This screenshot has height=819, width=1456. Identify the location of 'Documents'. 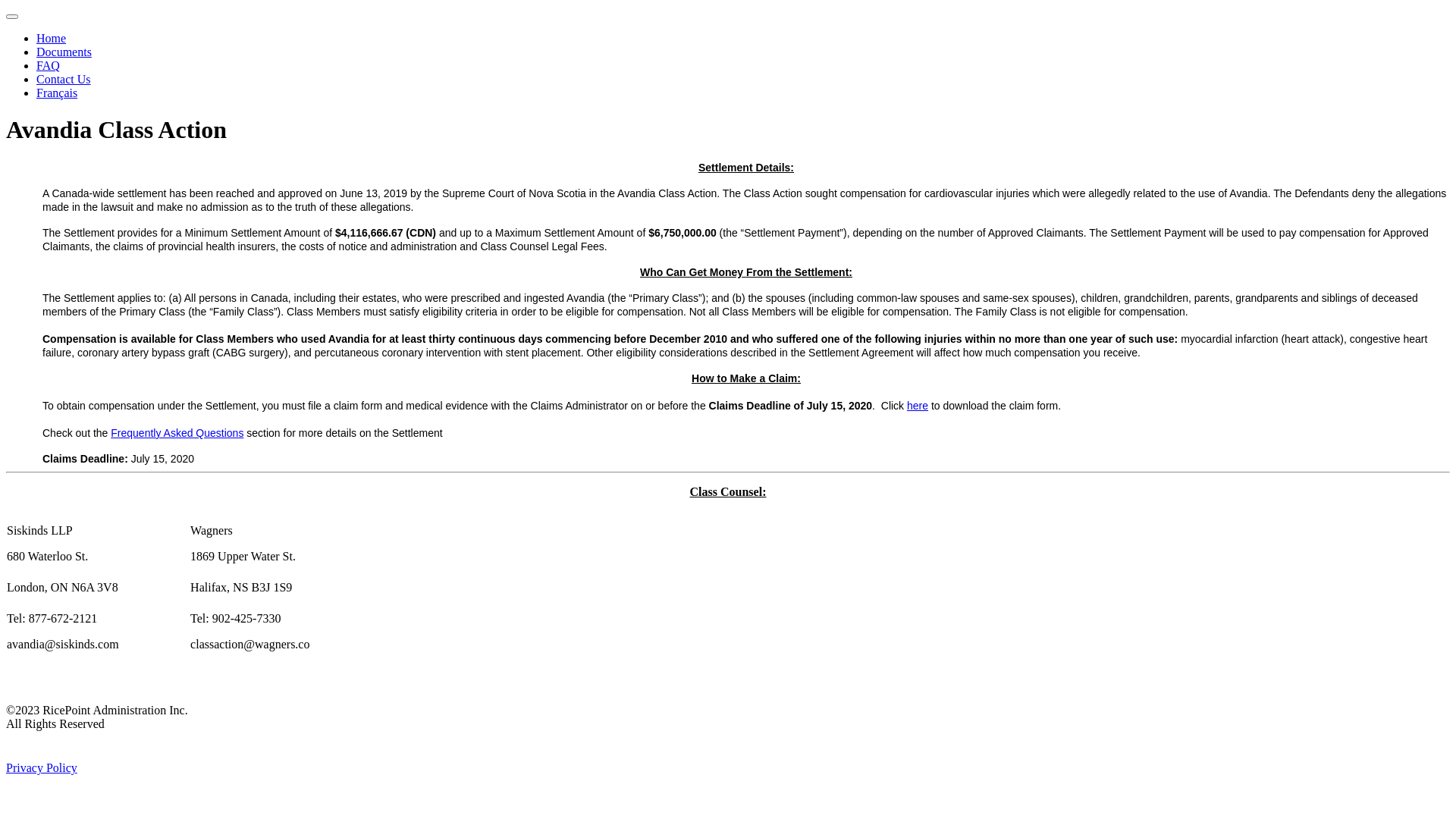
(63, 51).